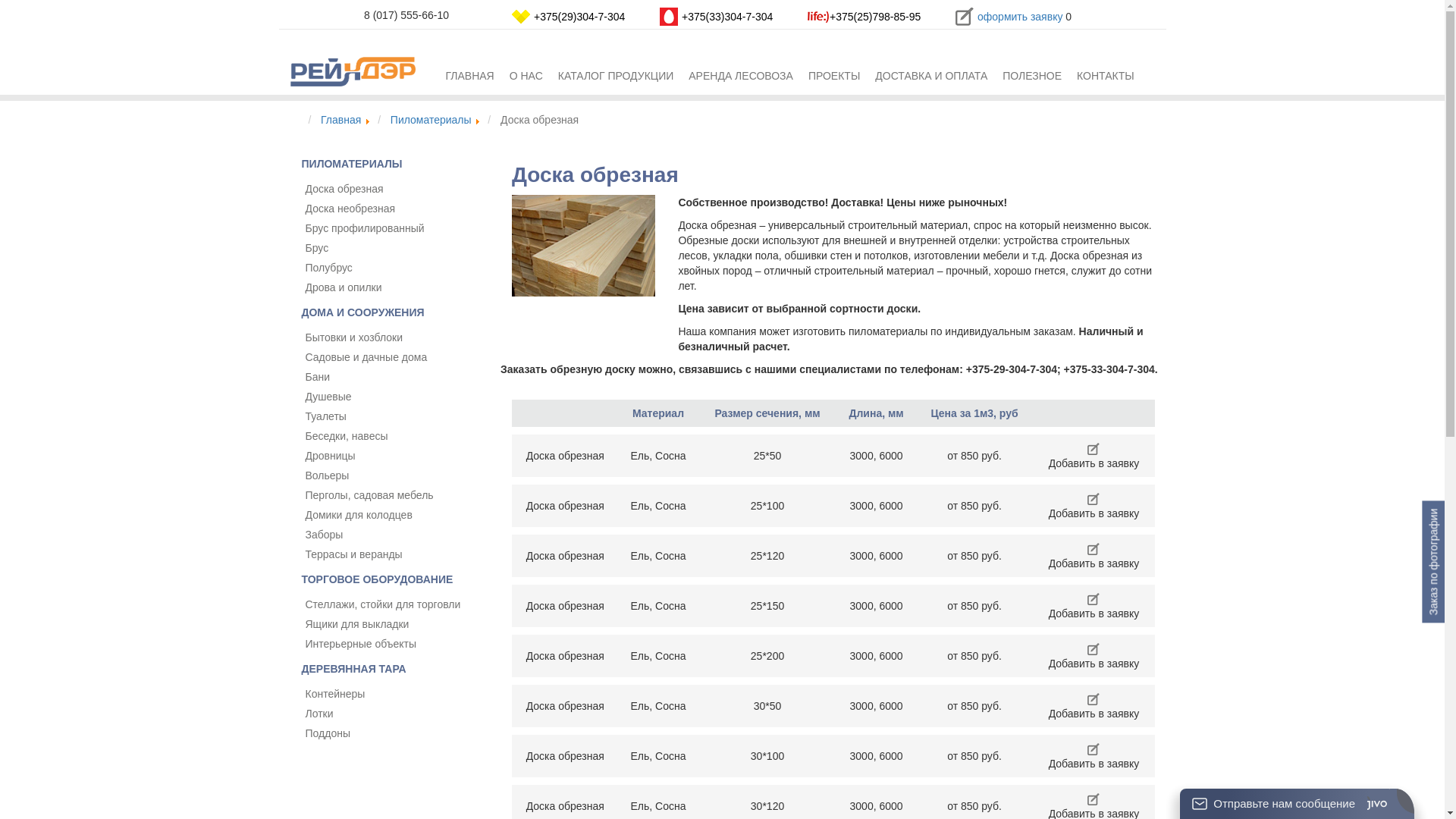 The width and height of the screenshot is (1456, 819). What do you see at coordinates (534, 17) in the screenshot?
I see `'+375(29)304-7-304'` at bounding box center [534, 17].